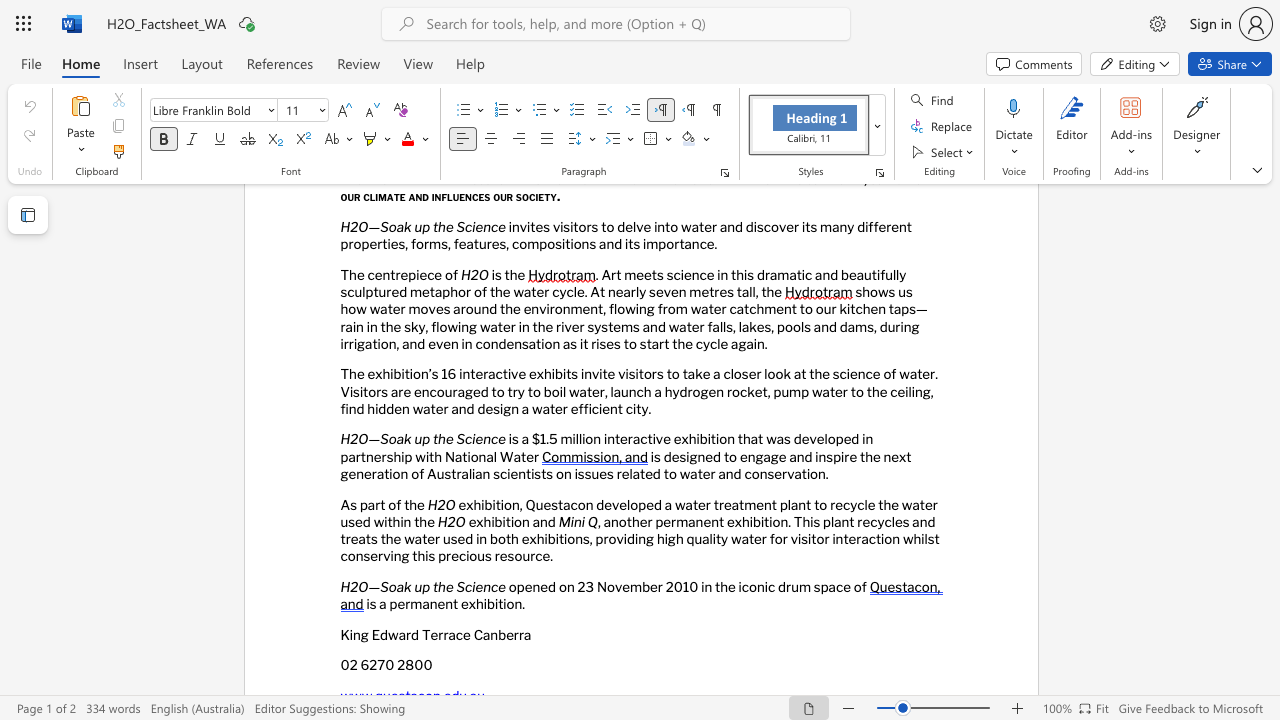 The width and height of the screenshot is (1280, 720). Describe the element at coordinates (742, 438) in the screenshot. I see `the subset text "hat was developed in partnership with National Wate" within the text "is a $1.5 million interactive exhibition that was developed in partnership with National Water"` at that location.